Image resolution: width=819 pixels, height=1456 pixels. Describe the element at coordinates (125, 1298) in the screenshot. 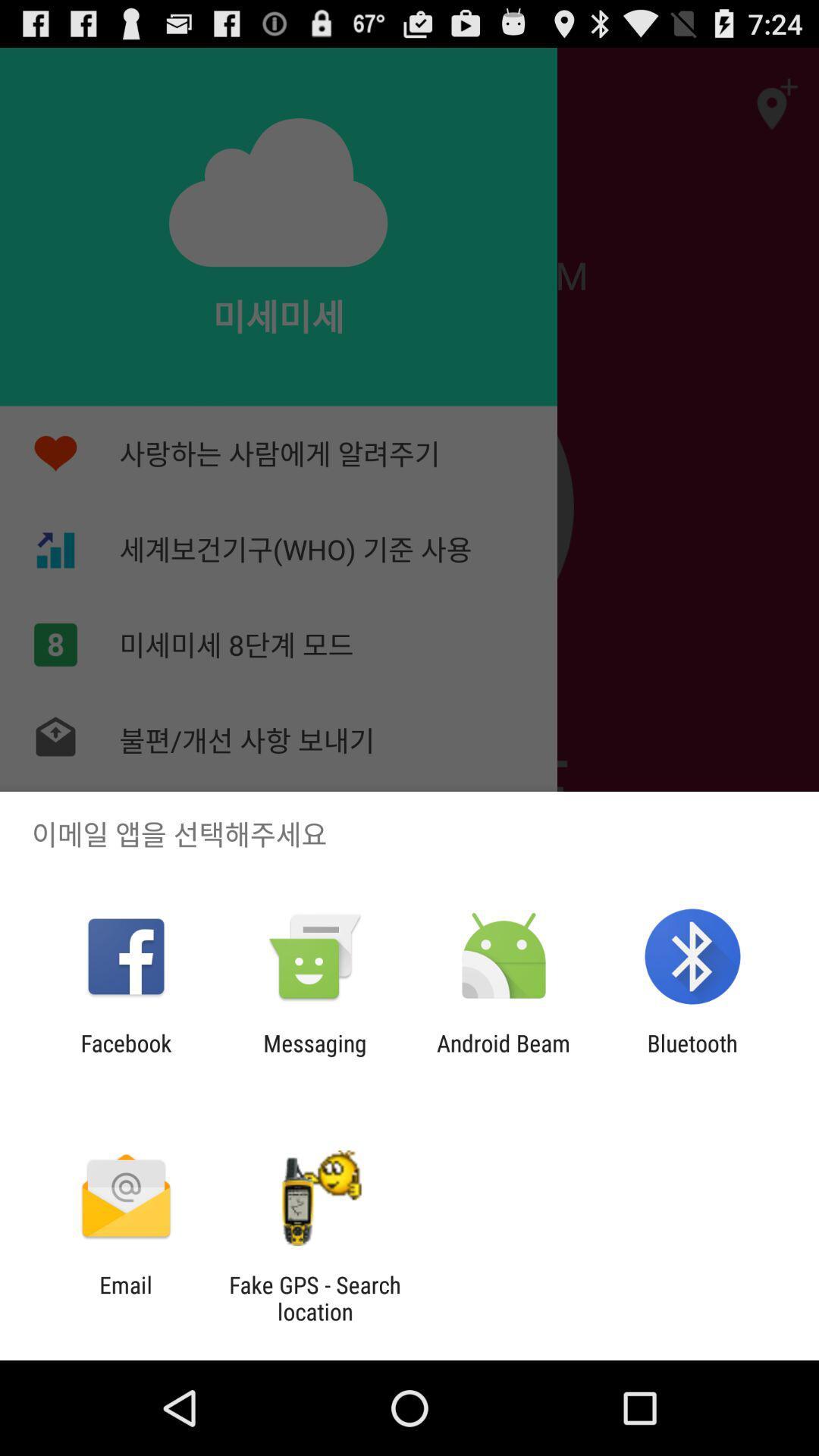

I see `item to the left of the fake gps search icon` at that location.